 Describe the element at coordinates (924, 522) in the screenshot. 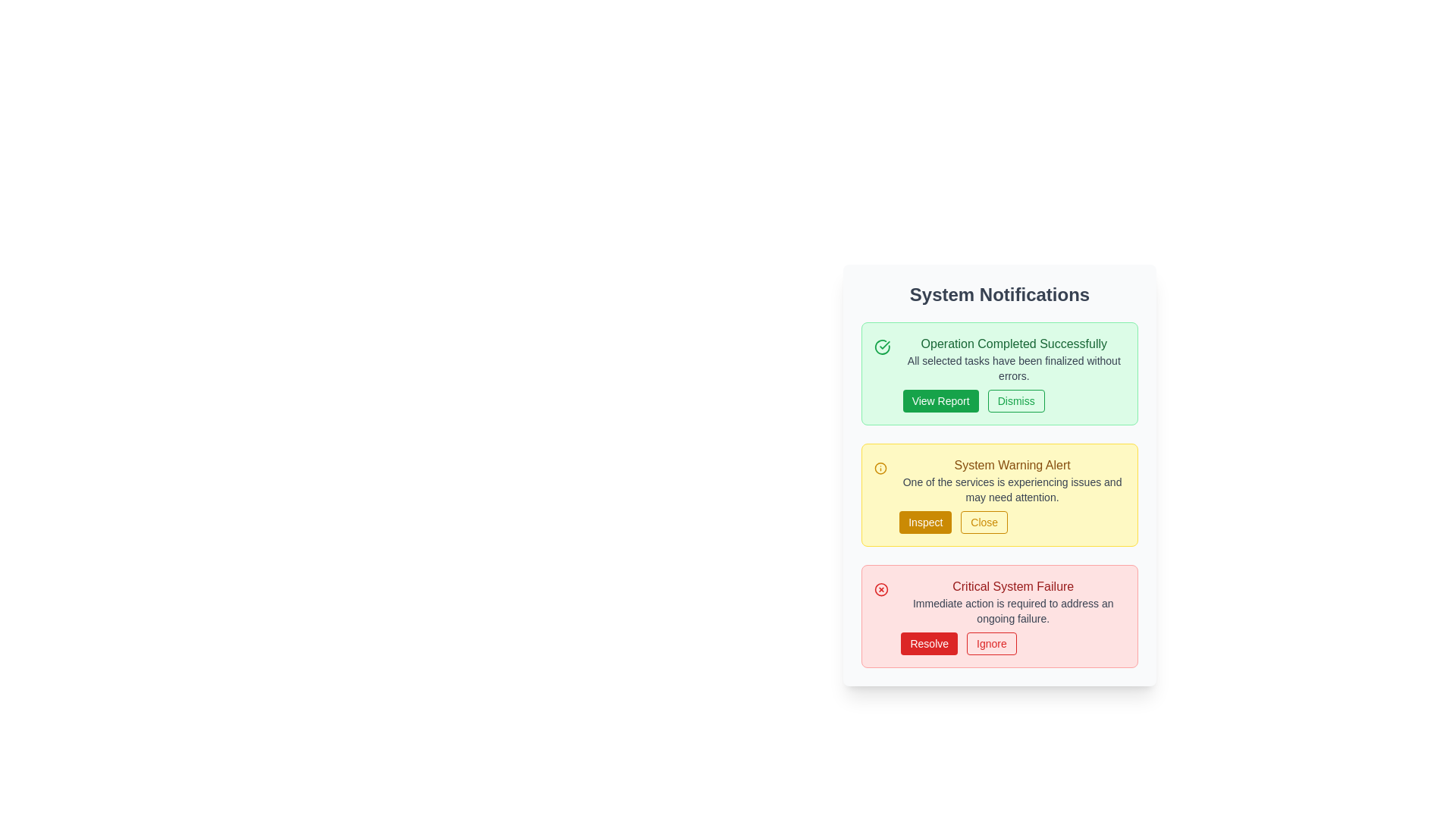

I see `the 'Inspect' button with a yellow background and white text located in the bottom left corner of the 'System Warning Alert' notification box to initiate the inspect action` at that location.